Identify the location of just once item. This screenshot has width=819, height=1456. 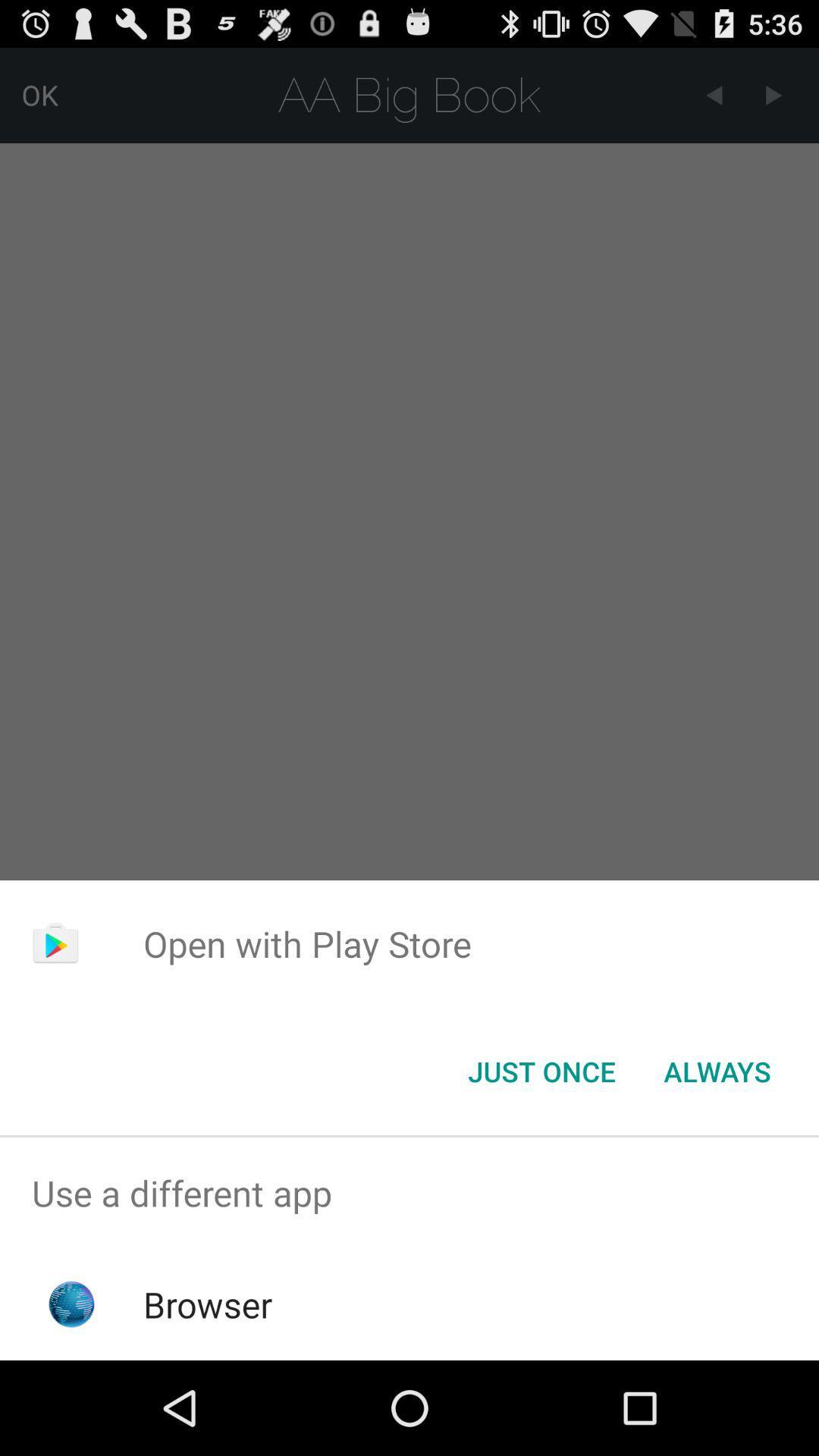
(541, 1070).